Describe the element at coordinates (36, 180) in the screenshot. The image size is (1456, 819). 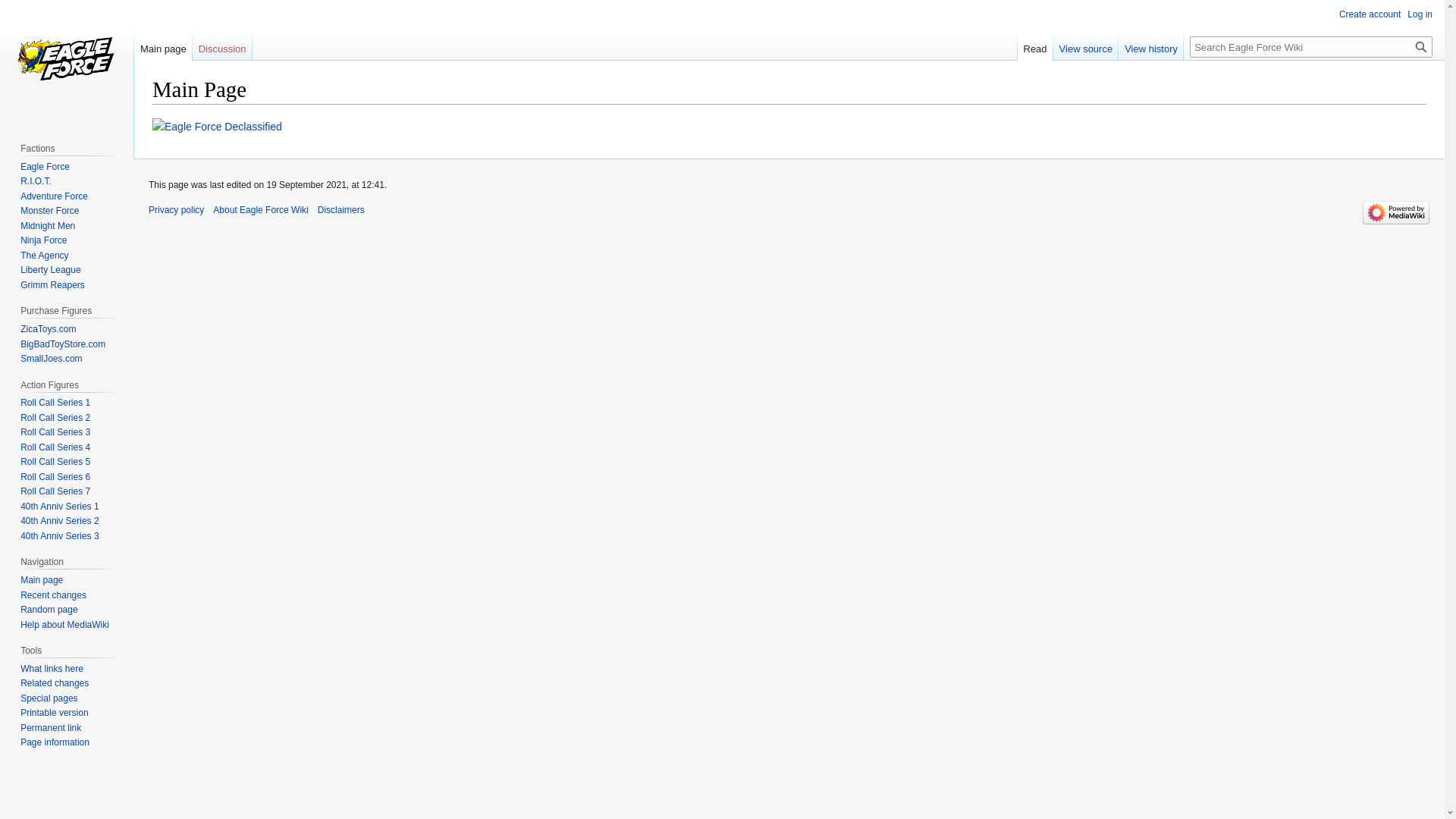
I see `'R.I.O.T.'` at that location.